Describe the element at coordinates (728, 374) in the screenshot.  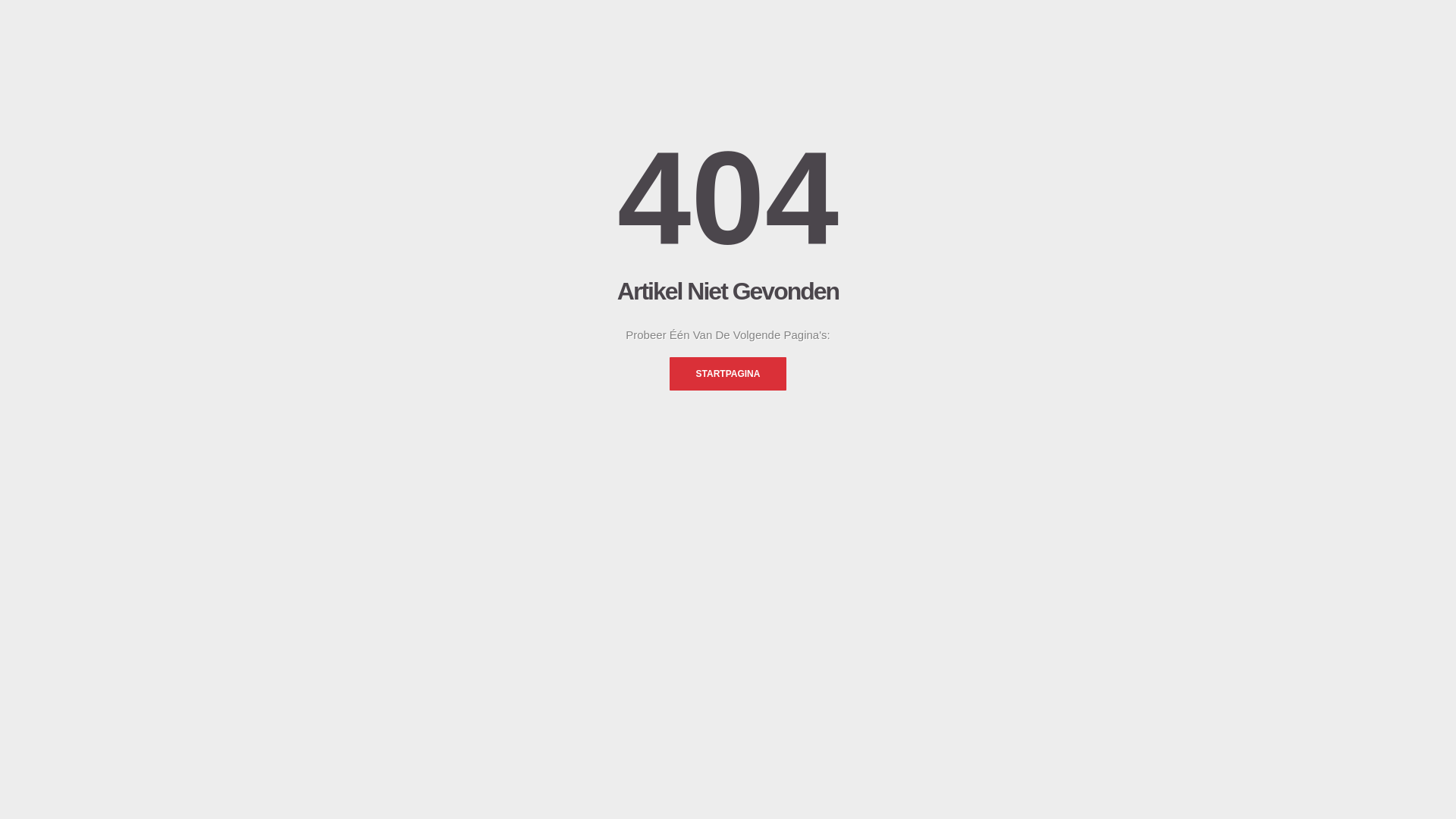
I see `'STARTPAGINA'` at that location.